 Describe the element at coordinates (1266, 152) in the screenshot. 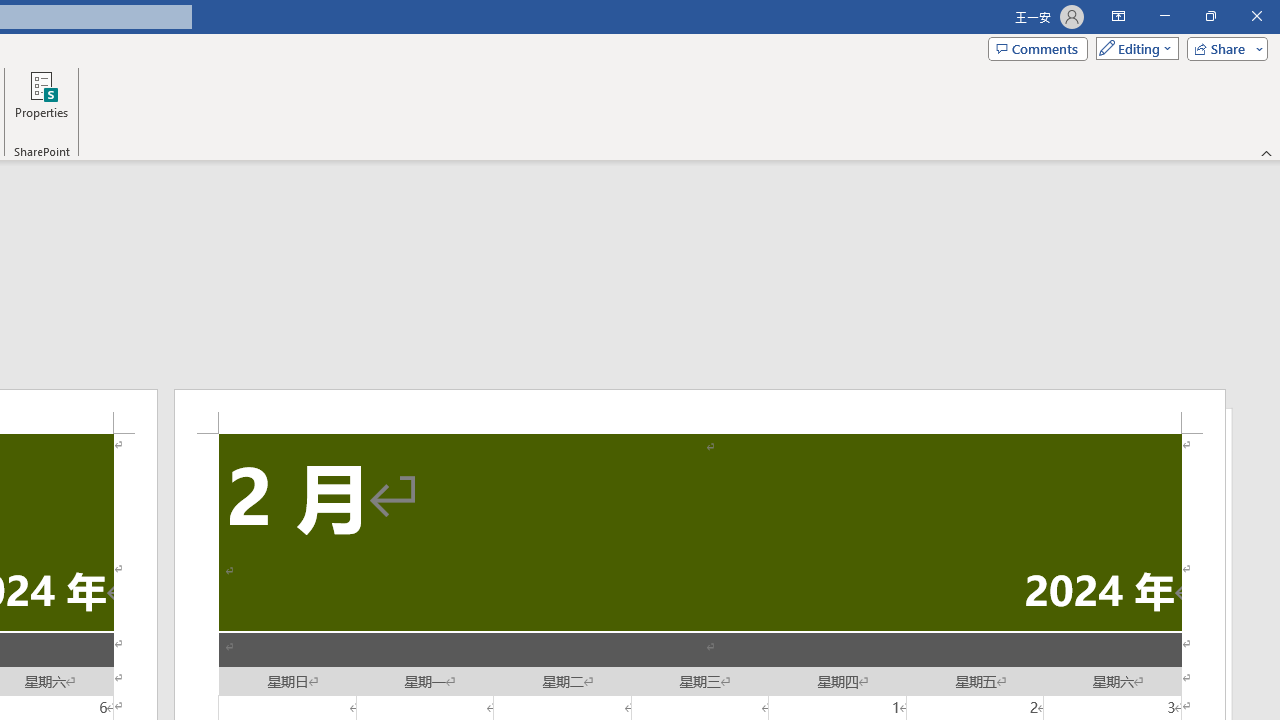

I see `'Collapse the Ribbon'` at that location.